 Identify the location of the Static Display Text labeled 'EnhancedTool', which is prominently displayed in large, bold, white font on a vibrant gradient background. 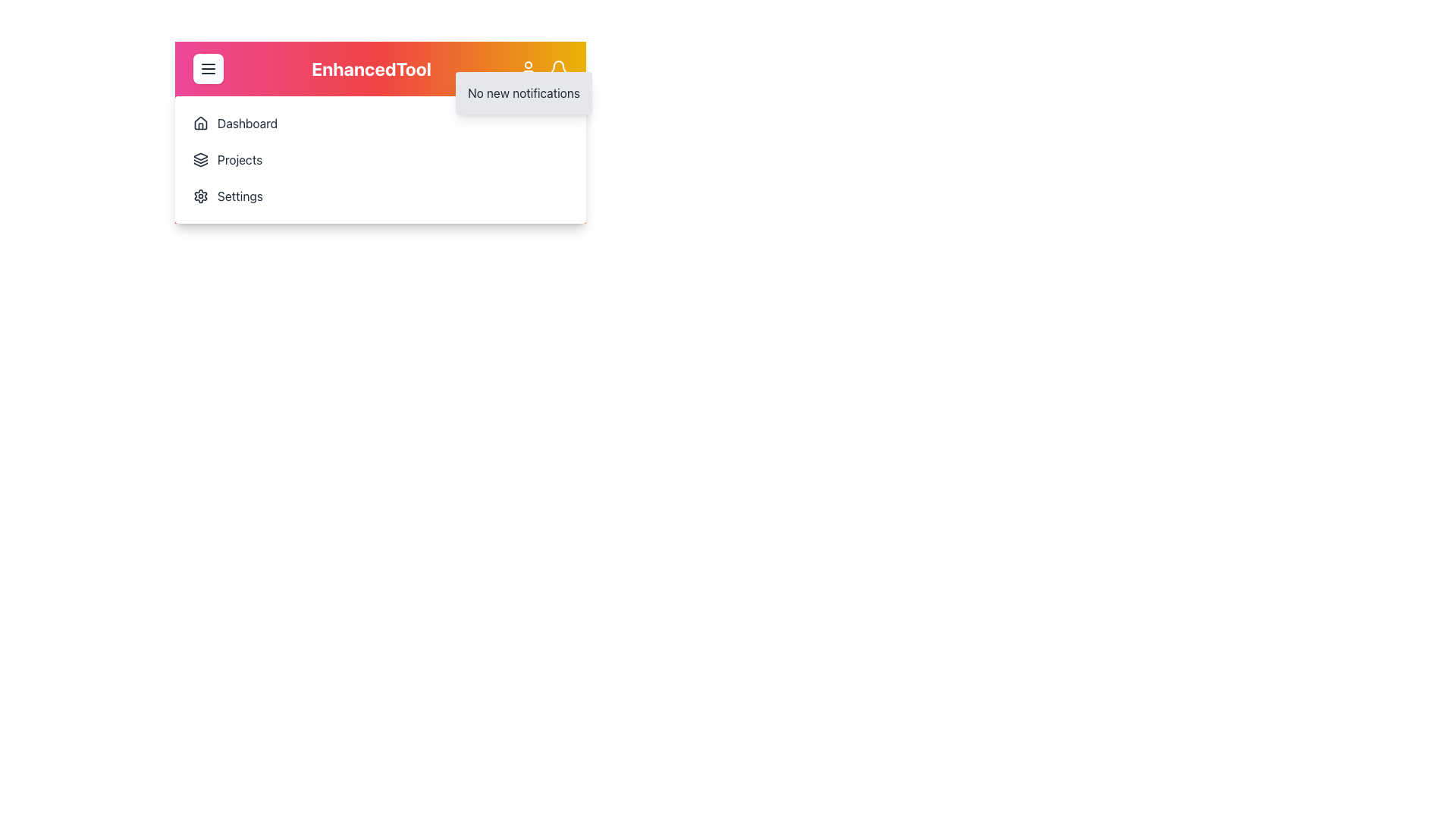
(371, 69).